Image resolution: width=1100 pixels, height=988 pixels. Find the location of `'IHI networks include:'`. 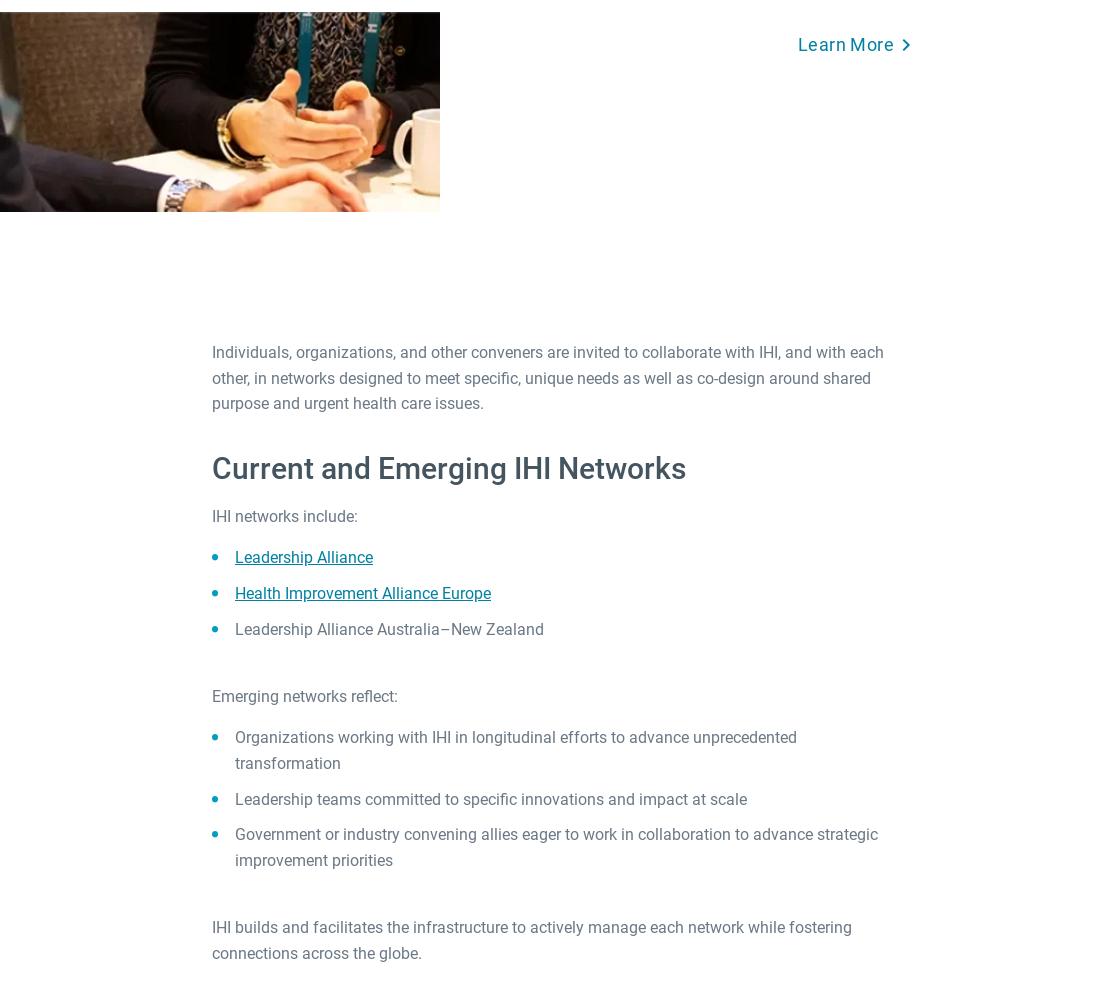

'IHI networks include:' is located at coordinates (285, 514).